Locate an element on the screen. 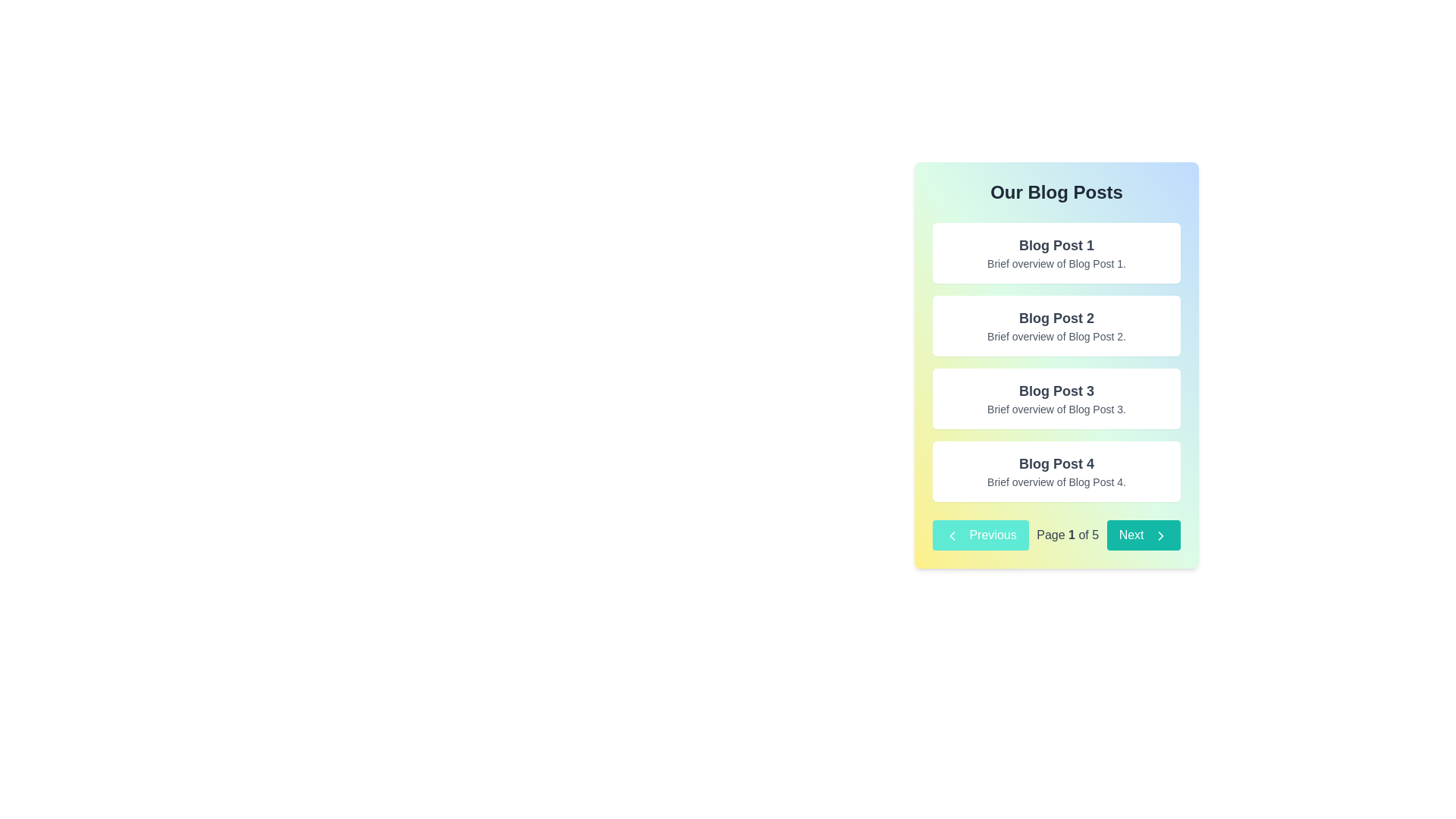 The width and height of the screenshot is (1456, 819). the prominent heading text element labeled 'Blog Post 2', which is styled in bold and large font, located centrally in the second blog post card is located at coordinates (1056, 318).